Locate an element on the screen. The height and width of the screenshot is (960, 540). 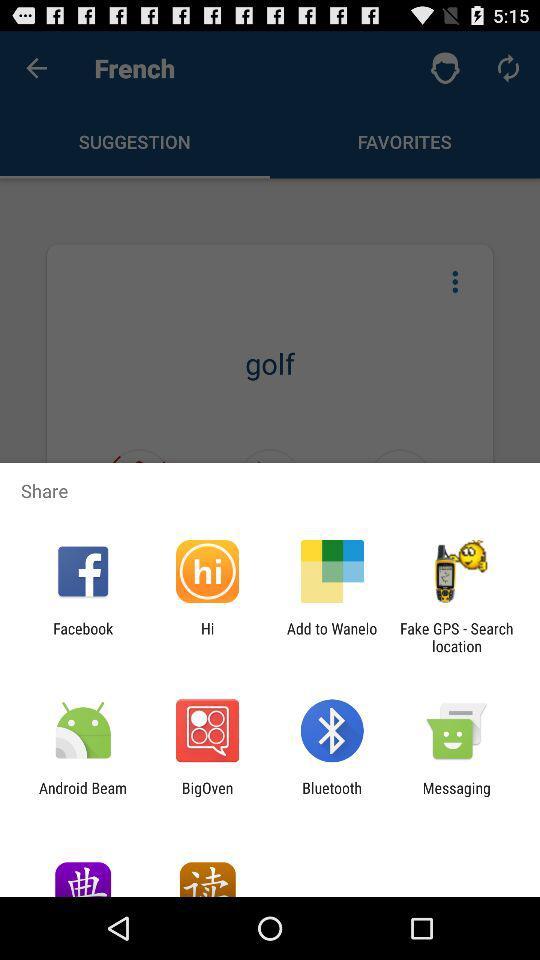
the app next to bigoven icon is located at coordinates (82, 796).